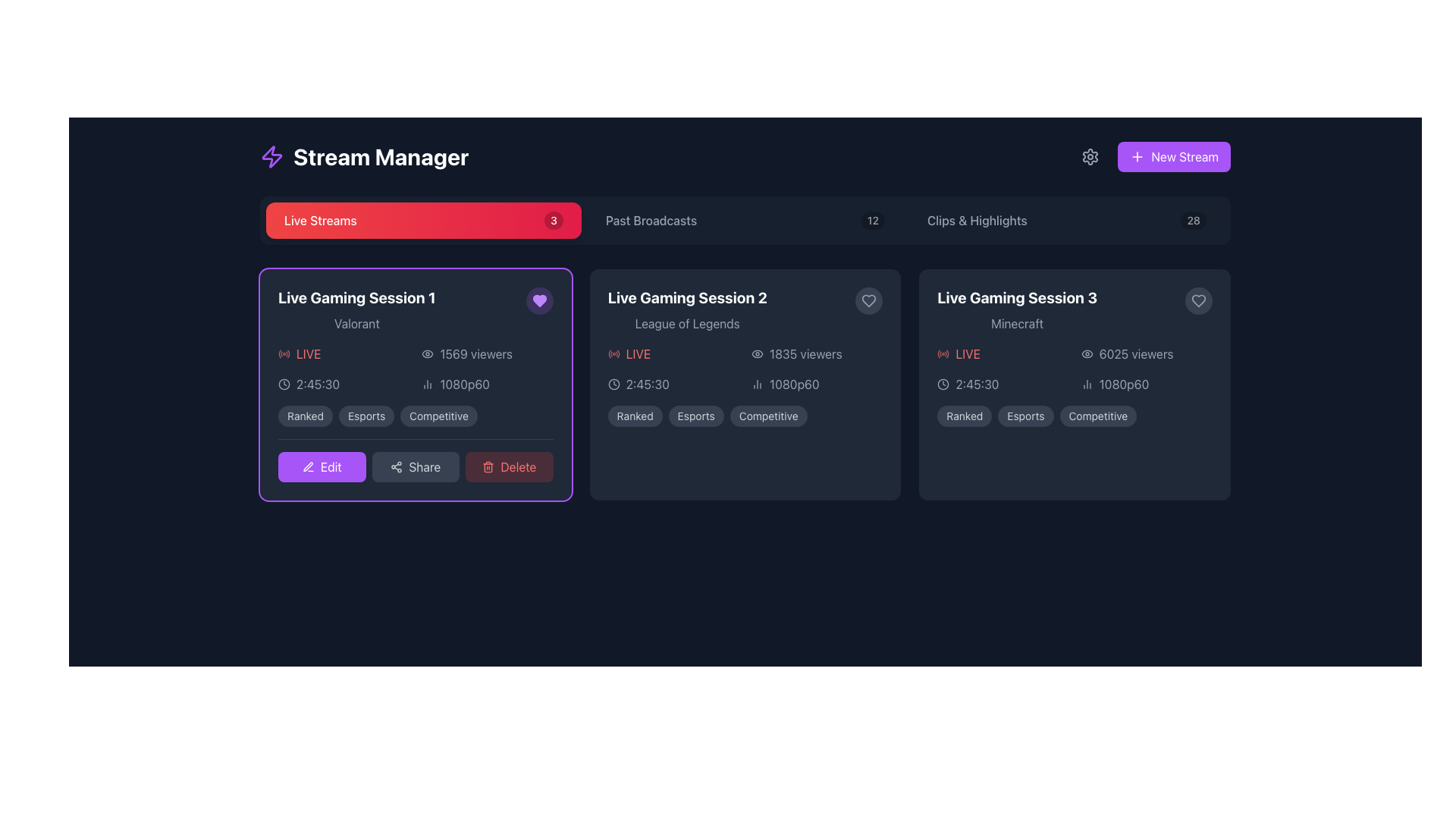 The width and height of the screenshot is (1456, 819). Describe the element at coordinates (1074, 369) in the screenshot. I see `the interactive elements within the Information Display Section of the 'Live Gaming Session 3' card beneath the title 'Minecraft'` at that location.